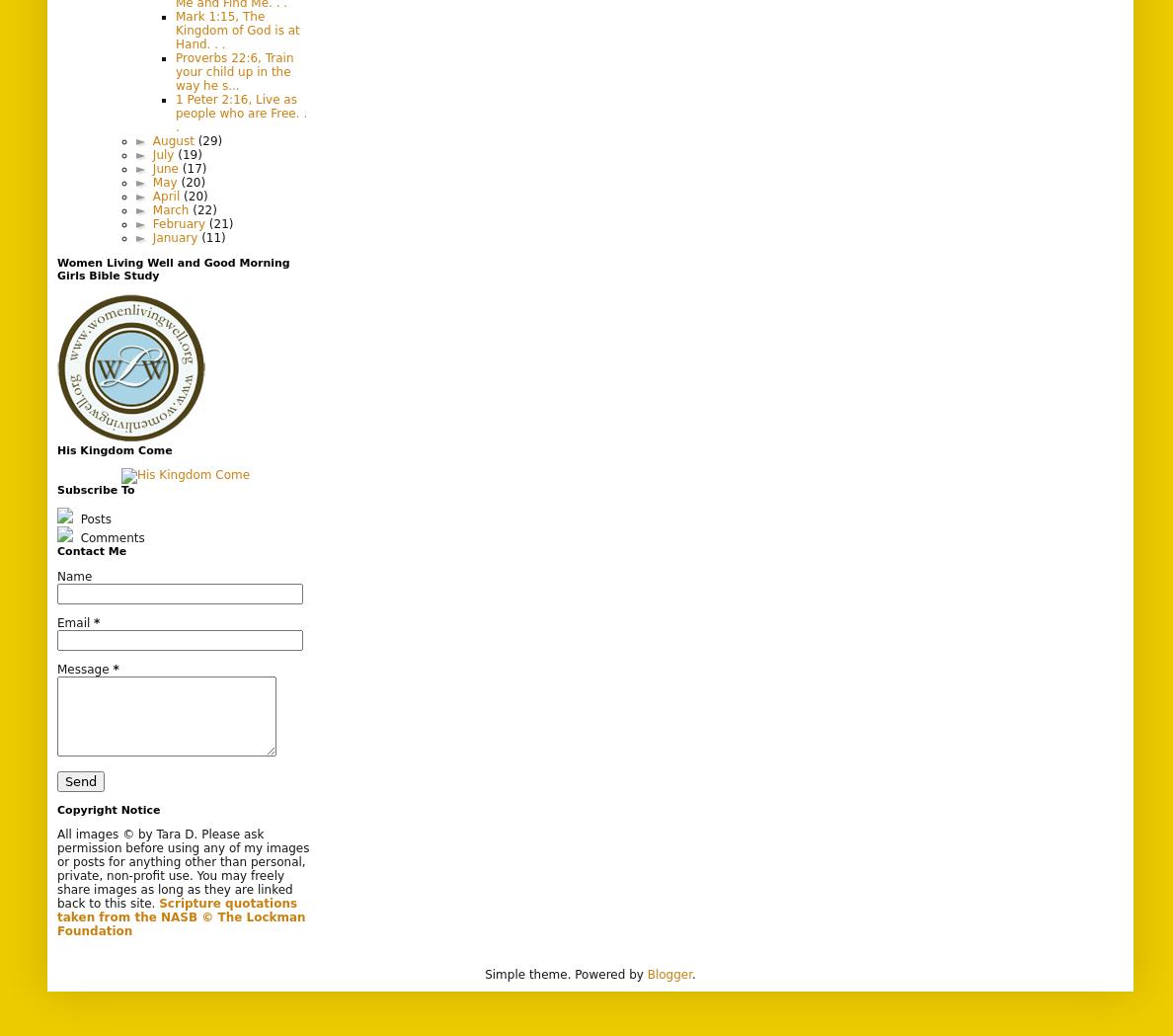 This screenshot has width=1173, height=1036. What do you see at coordinates (56, 808) in the screenshot?
I see `'Copyright Notice'` at bounding box center [56, 808].